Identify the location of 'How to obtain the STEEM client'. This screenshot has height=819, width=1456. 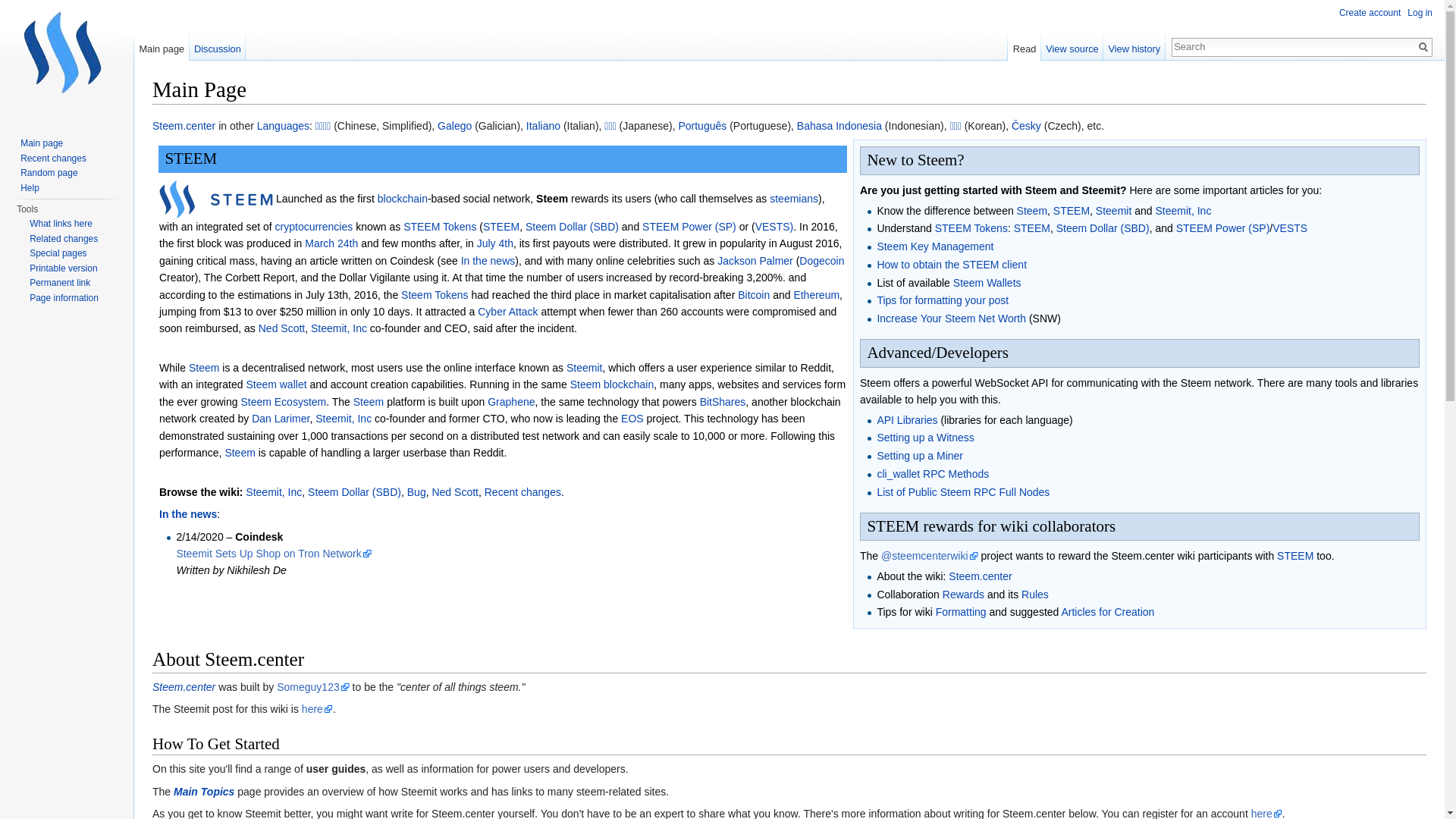
(950, 263).